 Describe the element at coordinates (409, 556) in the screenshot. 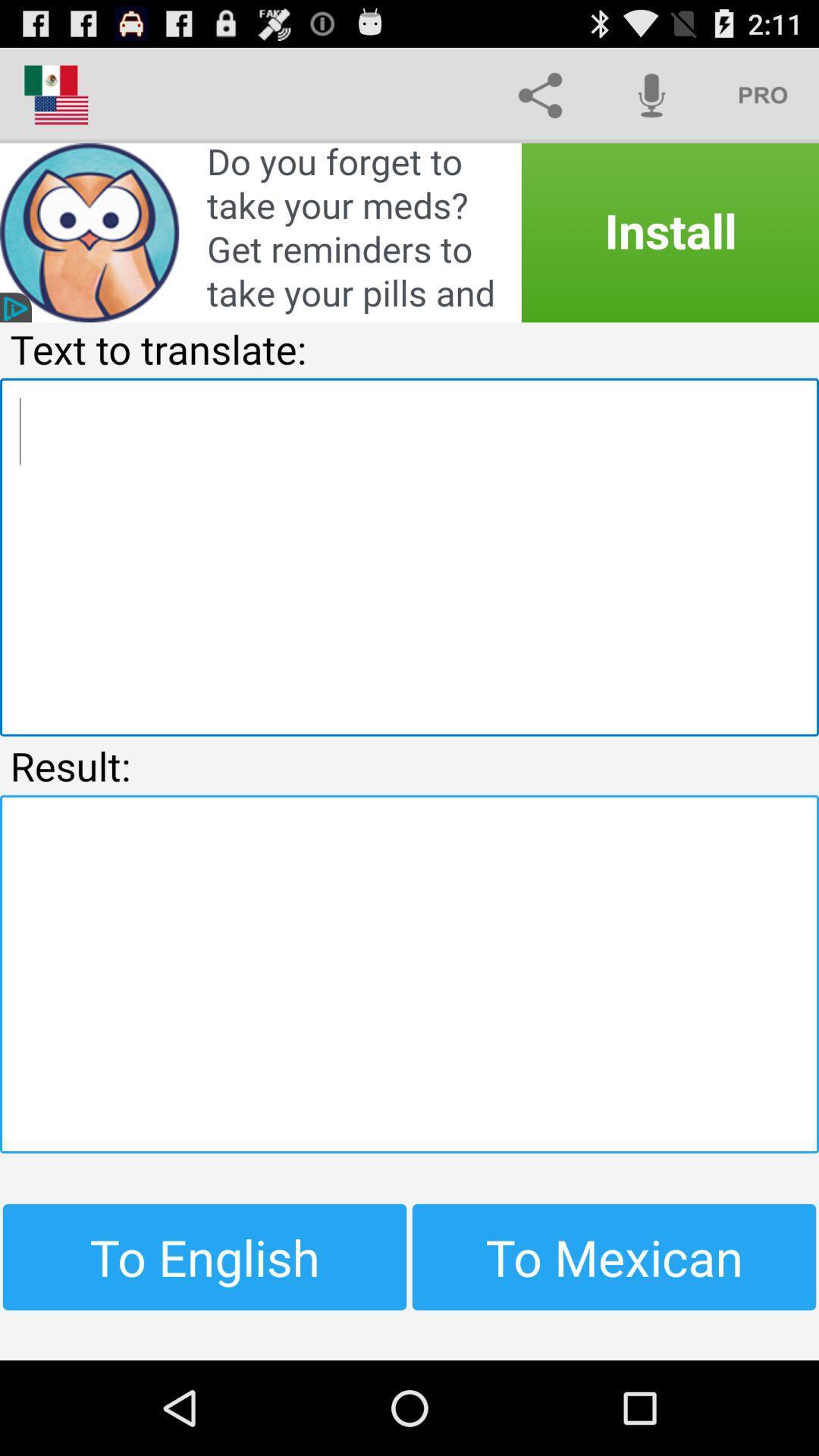

I see `text you want to translate` at that location.